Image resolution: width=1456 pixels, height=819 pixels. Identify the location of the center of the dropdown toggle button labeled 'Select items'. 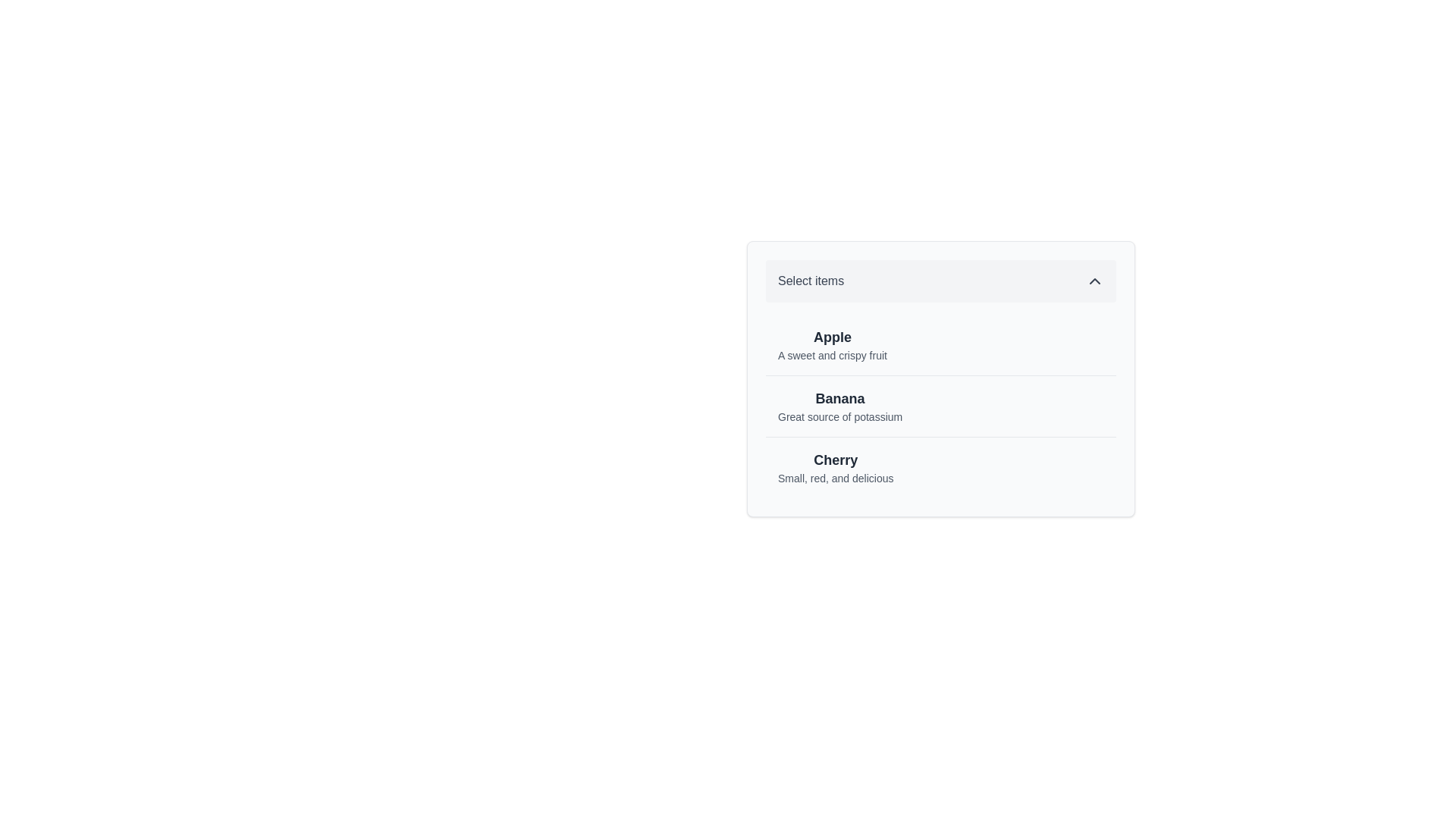
(940, 281).